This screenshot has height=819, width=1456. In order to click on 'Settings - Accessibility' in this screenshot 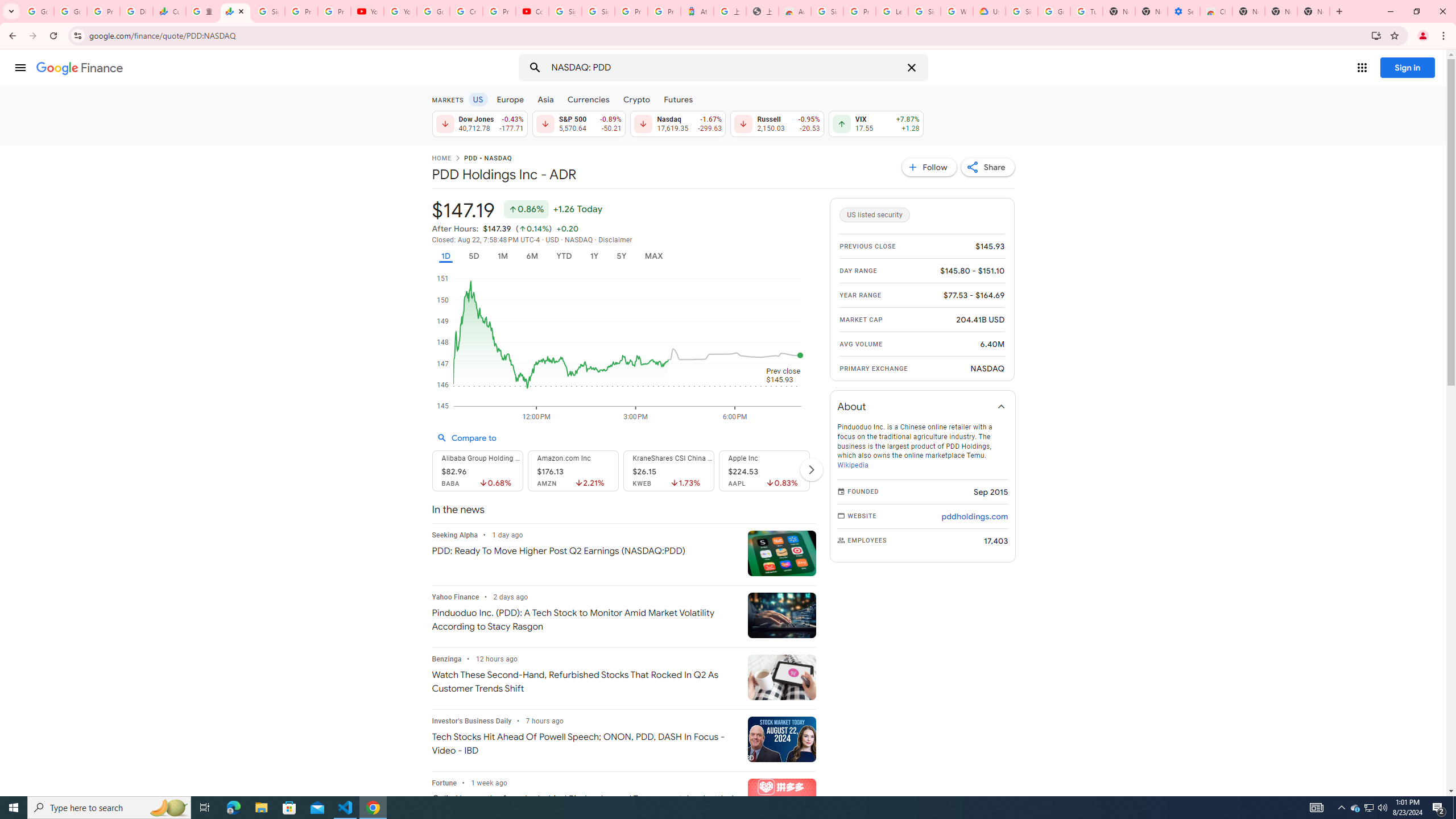, I will do `click(1183, 11)`.